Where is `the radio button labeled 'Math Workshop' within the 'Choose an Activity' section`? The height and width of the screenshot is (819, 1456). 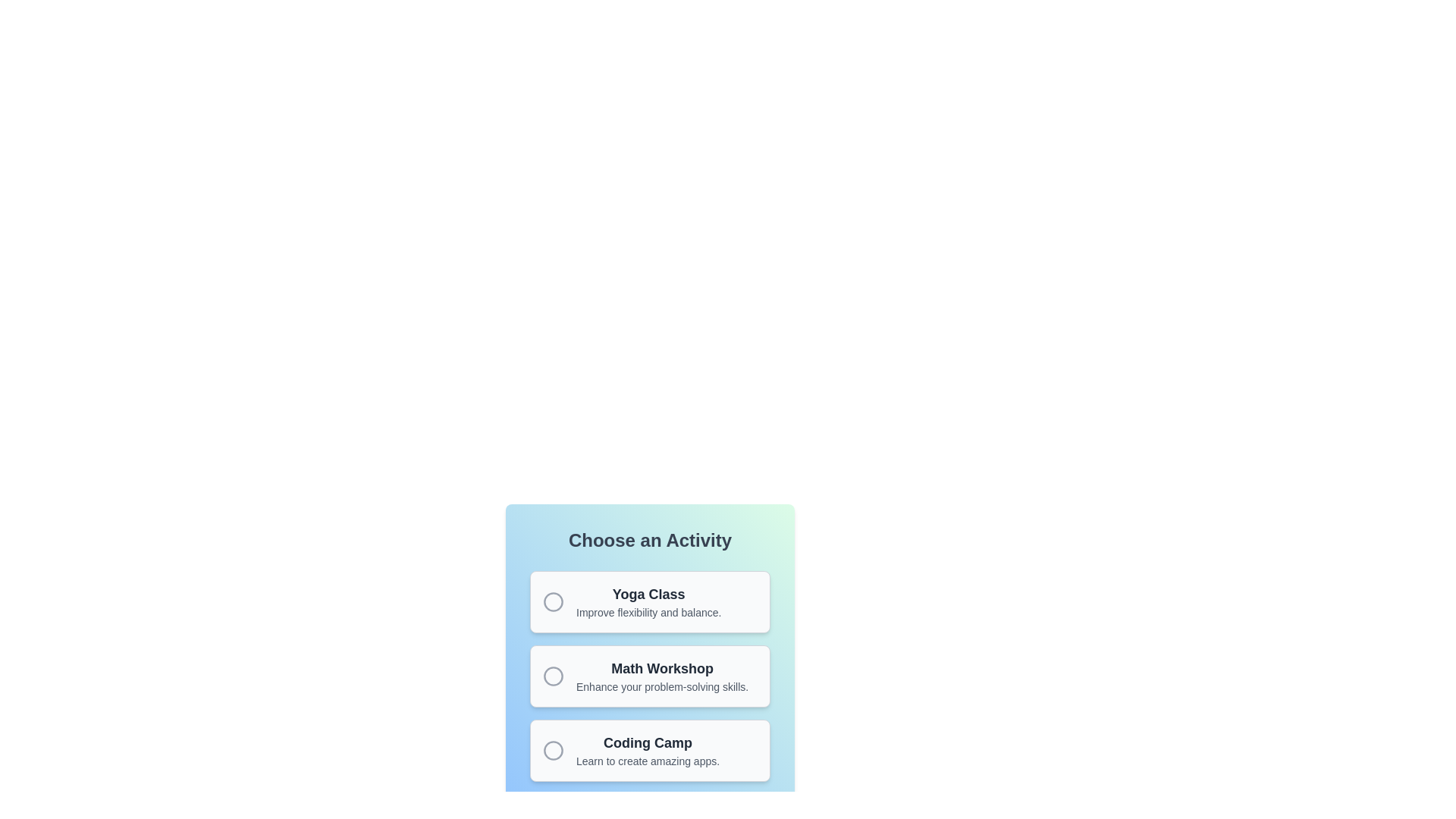
the radio button labeled 'Math Workshop' within the 'Choose an Activity' section is located at coordinates (552, 675).